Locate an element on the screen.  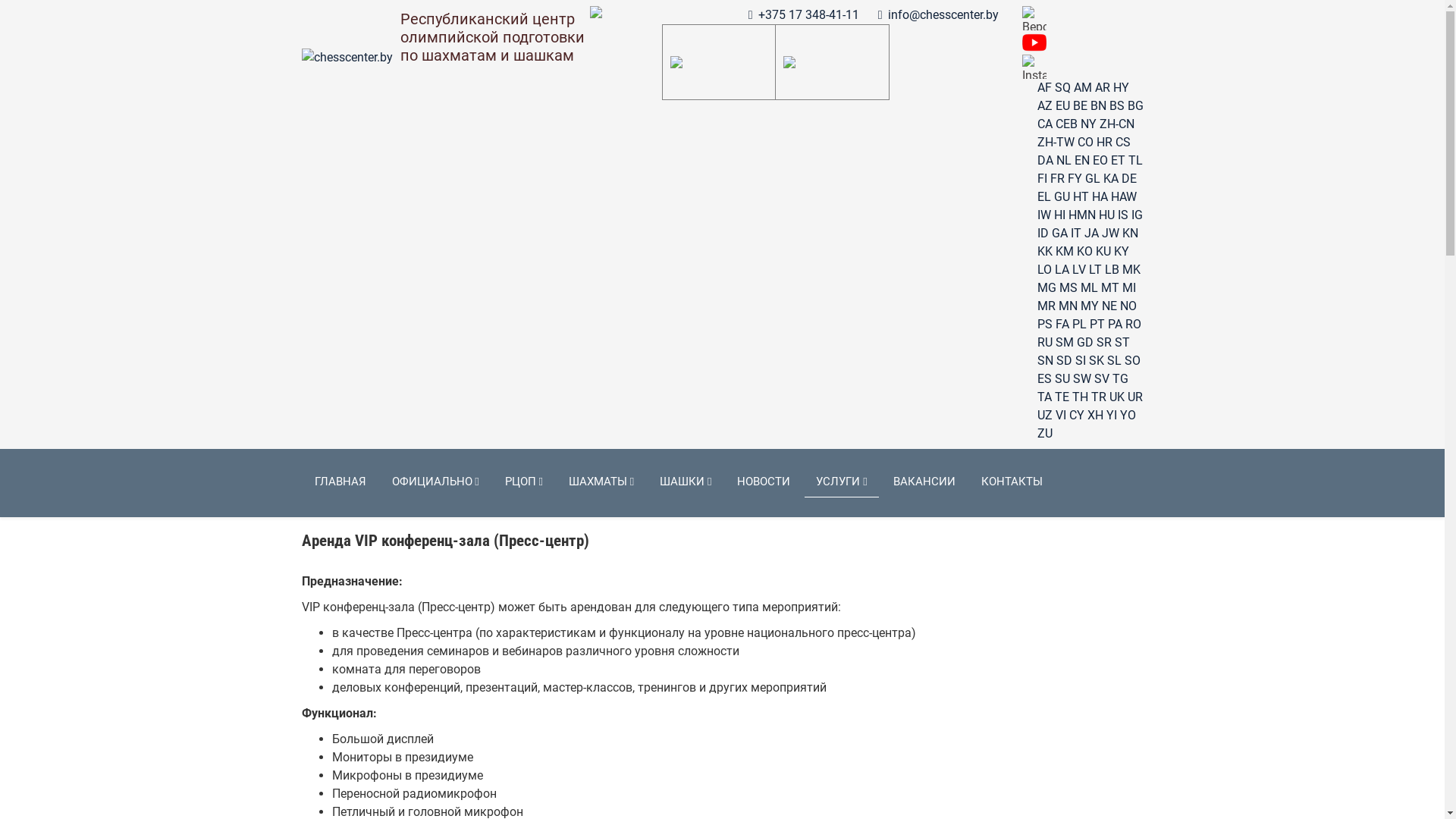
'RU' is located at coordinates (1043, 342).